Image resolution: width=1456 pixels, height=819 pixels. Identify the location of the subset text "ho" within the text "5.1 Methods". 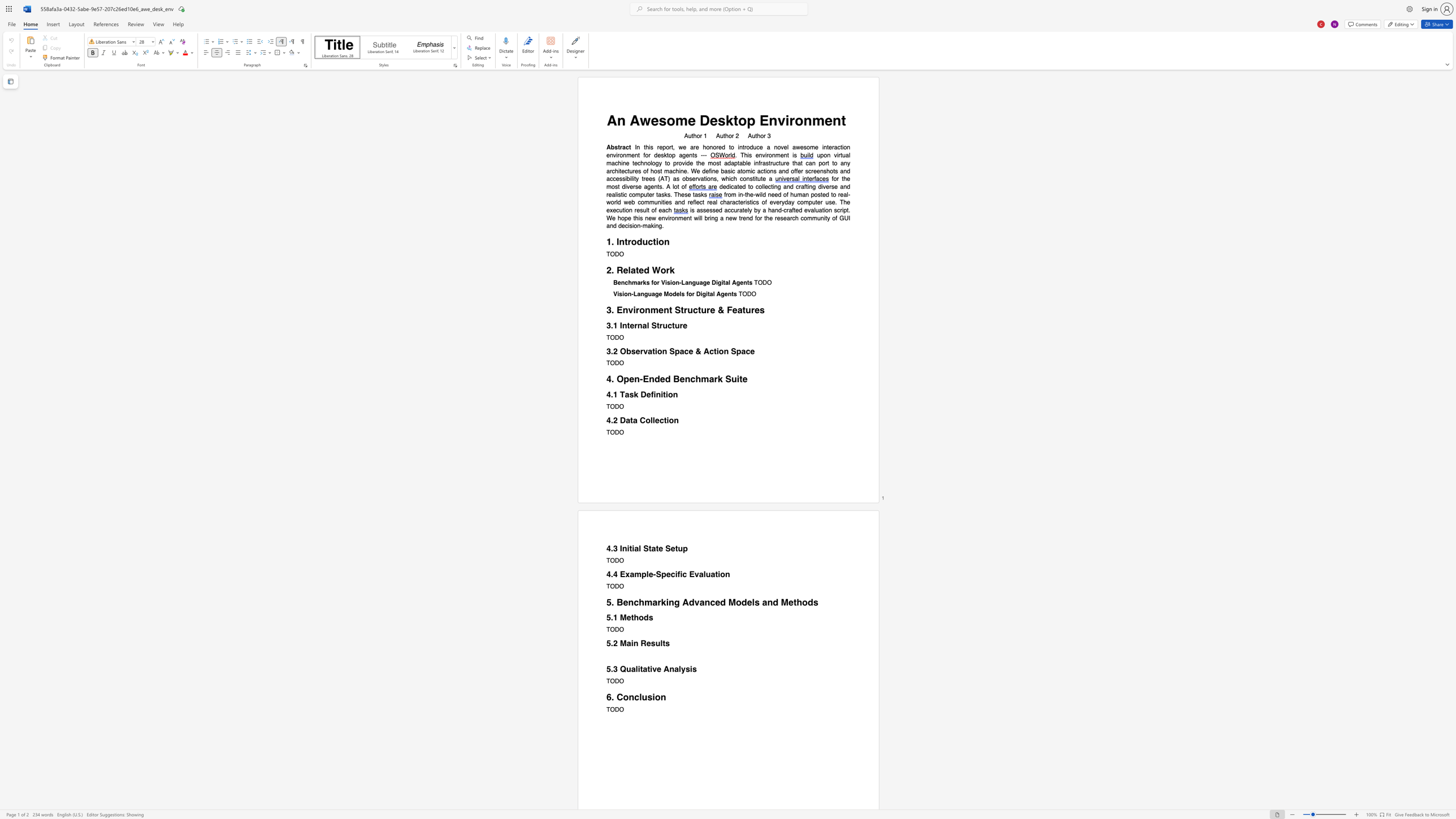
(633, 617).